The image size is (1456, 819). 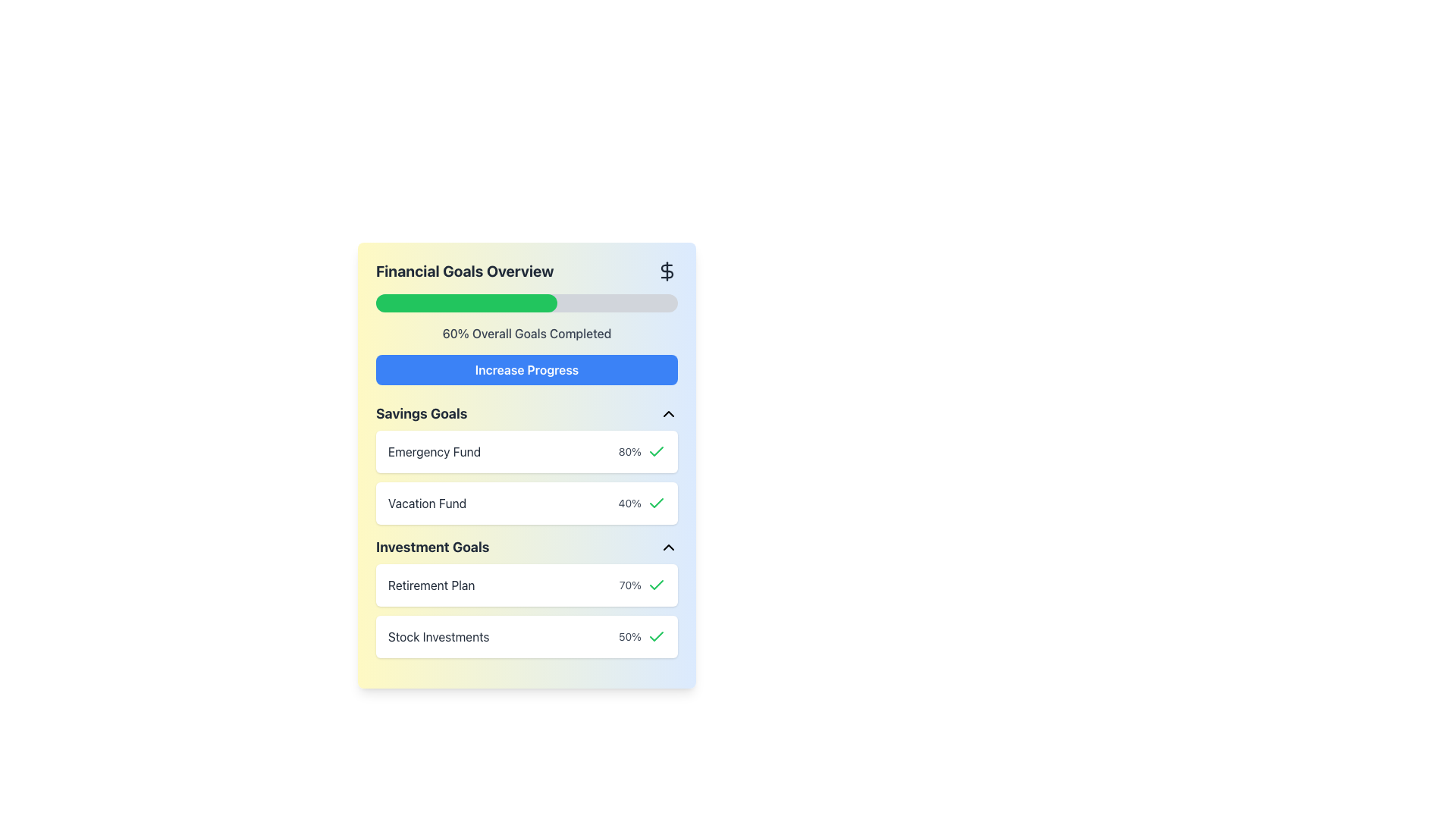 What do you see at coordinates (656, 503) in the screenshot?
I see `the green checkmark icon representing a completed state, located to the right of the '40%' text in the 'Vacation Fund' row under the 'Savings Goals' heading` at bounding box center [656, 503].